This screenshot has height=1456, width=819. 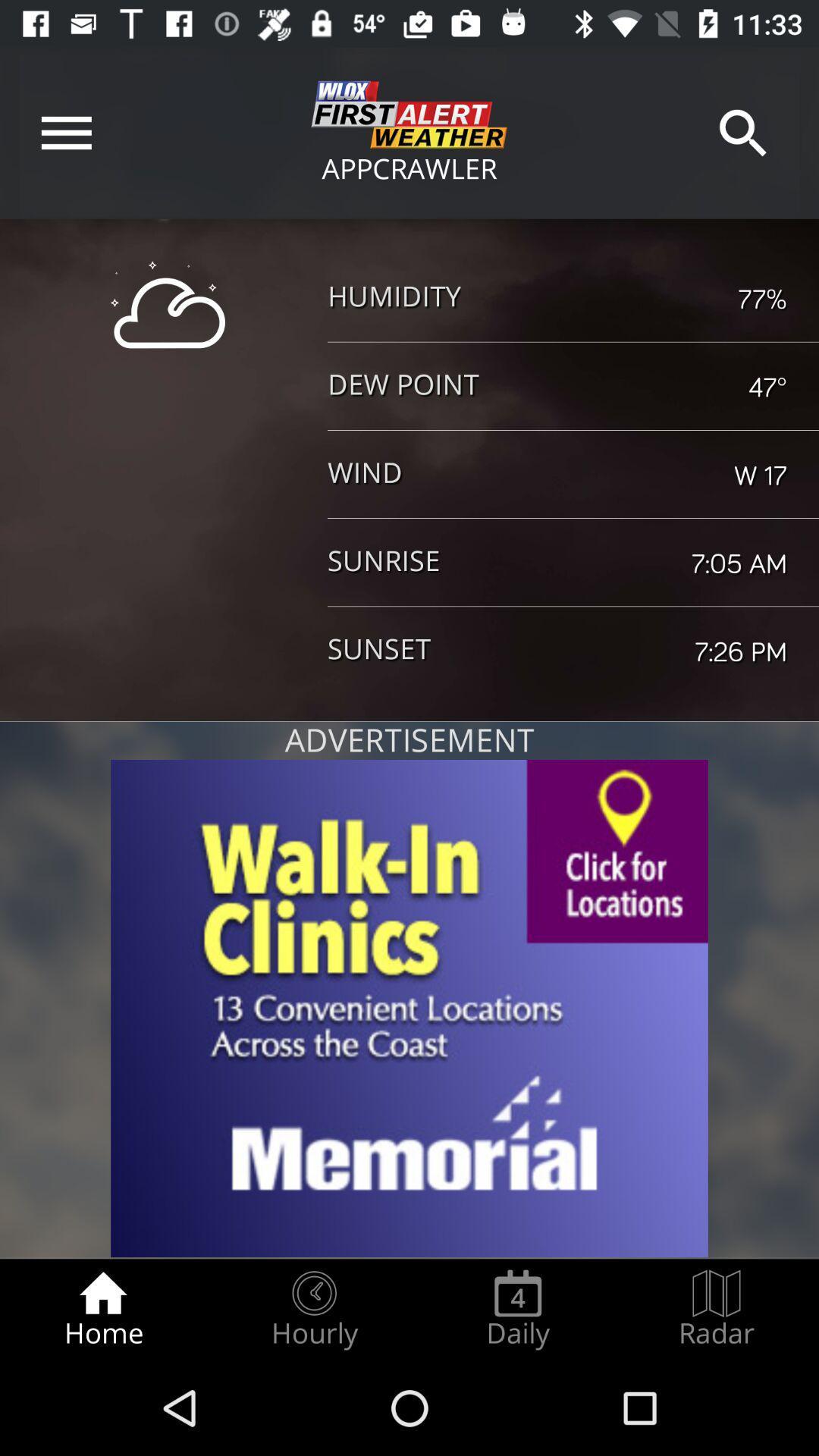 What do you see at coordinates (742, 133) in the screenshot?
I see `top right icon of the page` at bounding box center [742, 133].